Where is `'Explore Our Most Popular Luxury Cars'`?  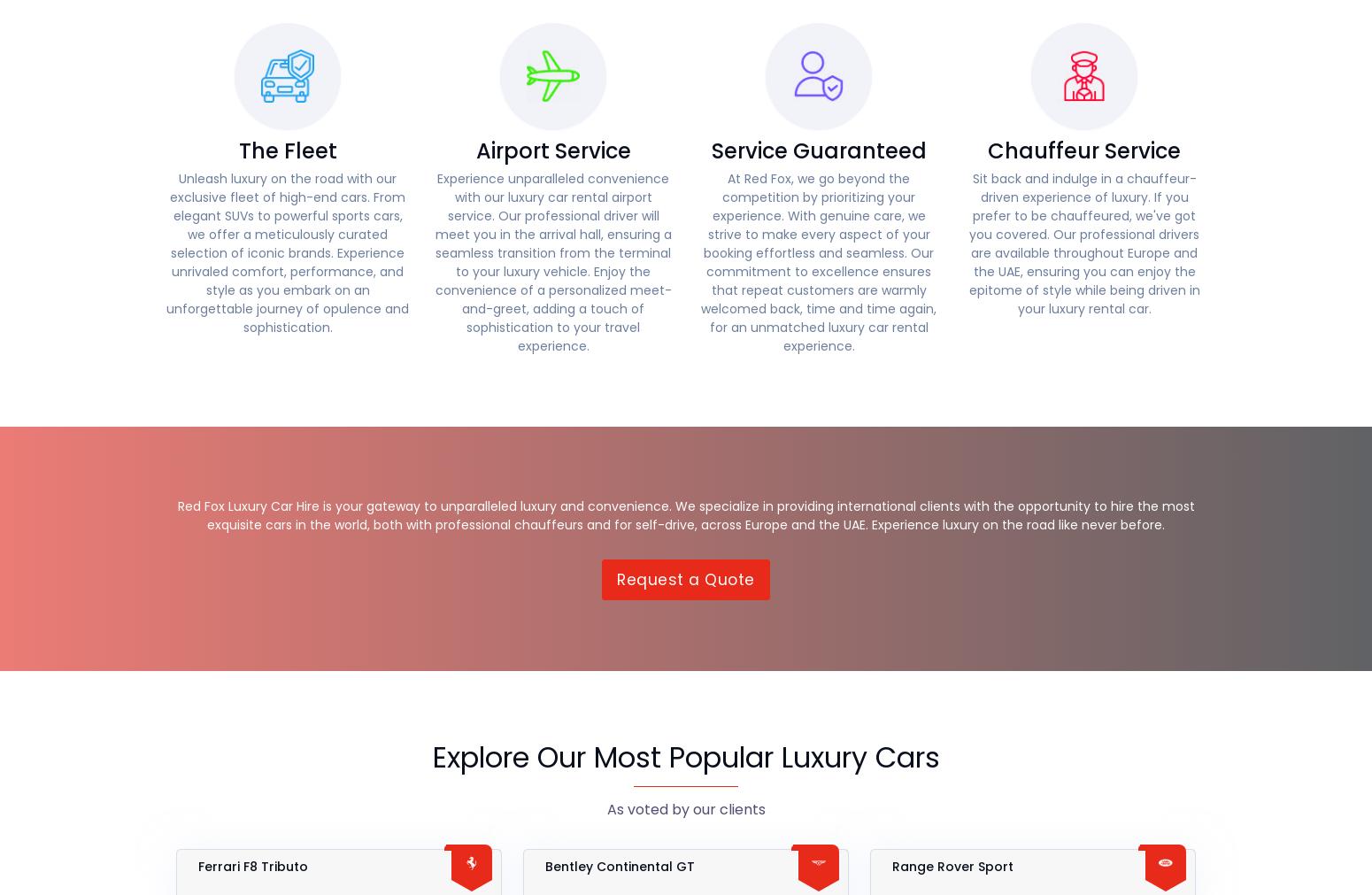
'Explore Our Most Popular Luxury Cars' is located at coordinates (685, 756).